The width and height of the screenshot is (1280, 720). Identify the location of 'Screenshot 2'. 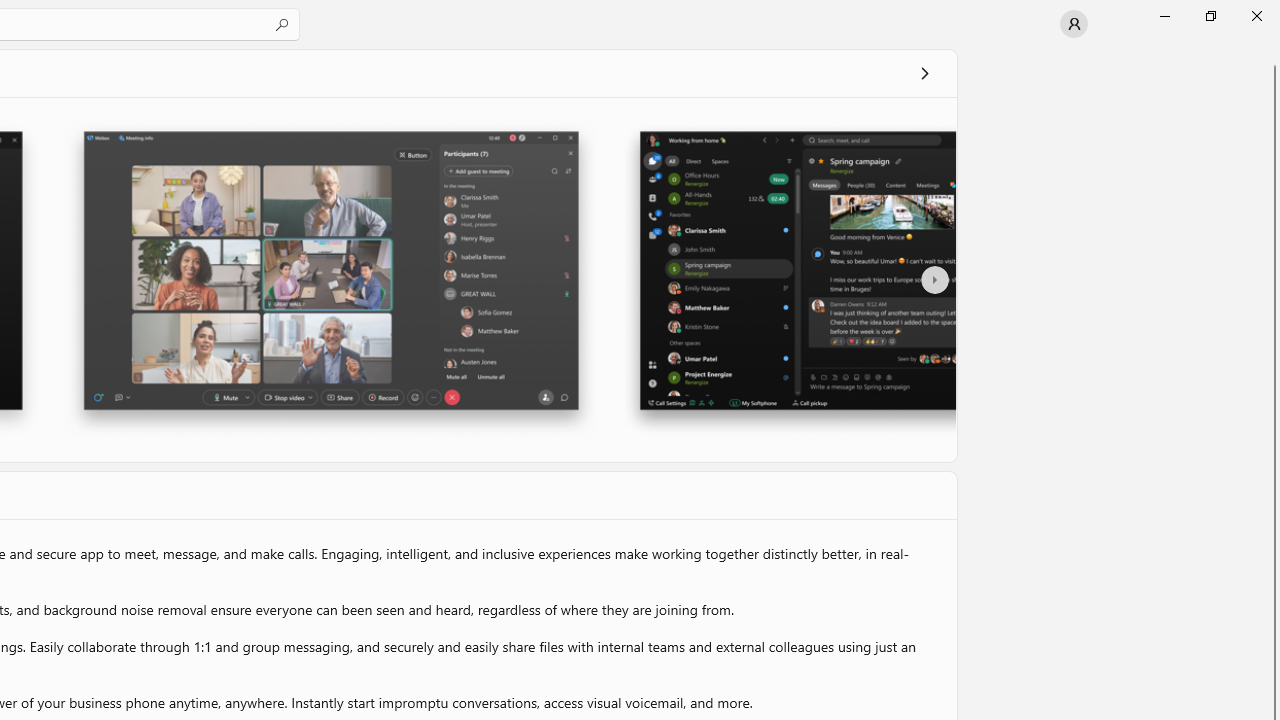
(330, 279).